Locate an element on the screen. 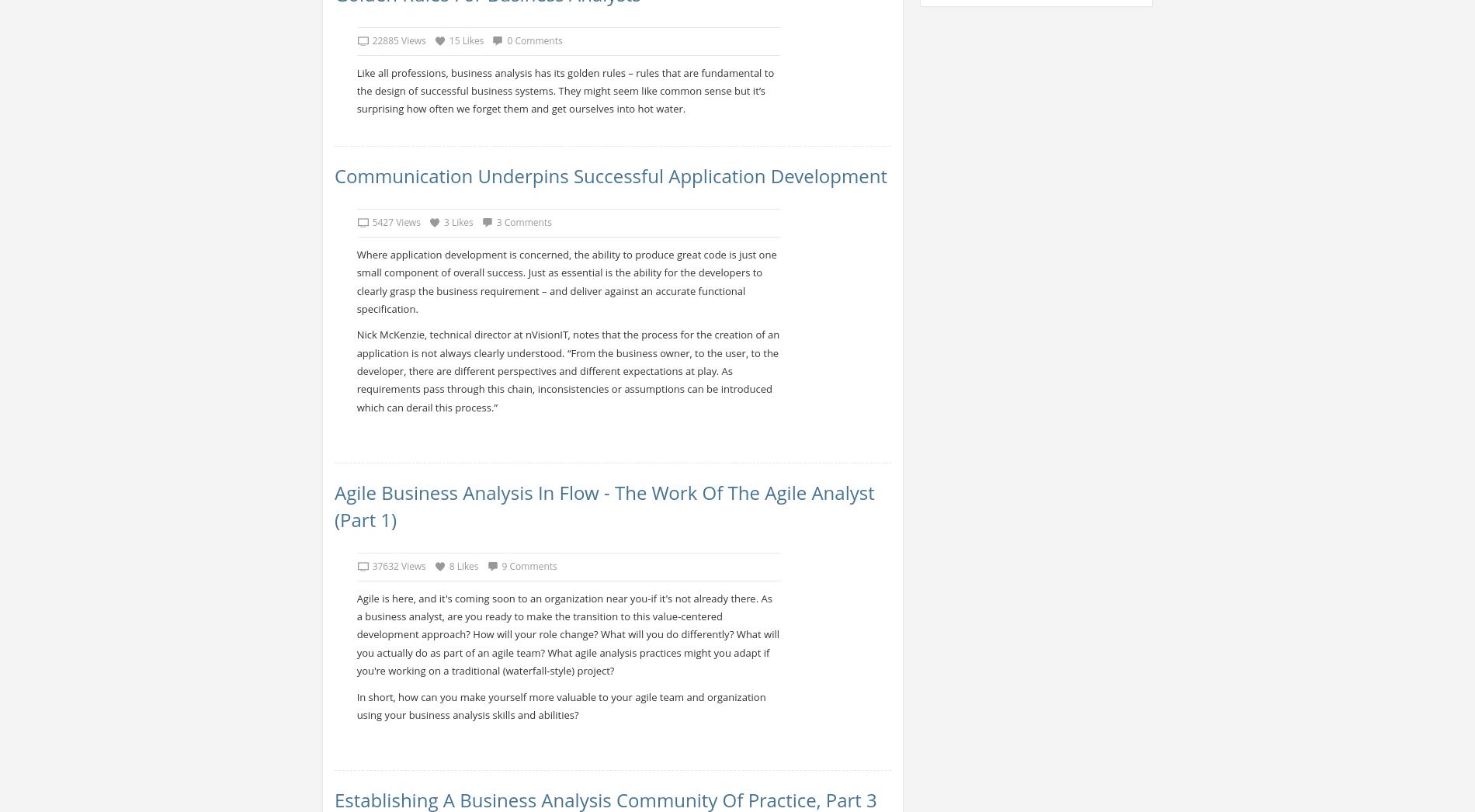 The height and width of the screenshot is (812, 1475). 'Agile Business Analysis in Flow - The Work of the Agile Analyst (Part 1)' is located at coordinates (603, 505).